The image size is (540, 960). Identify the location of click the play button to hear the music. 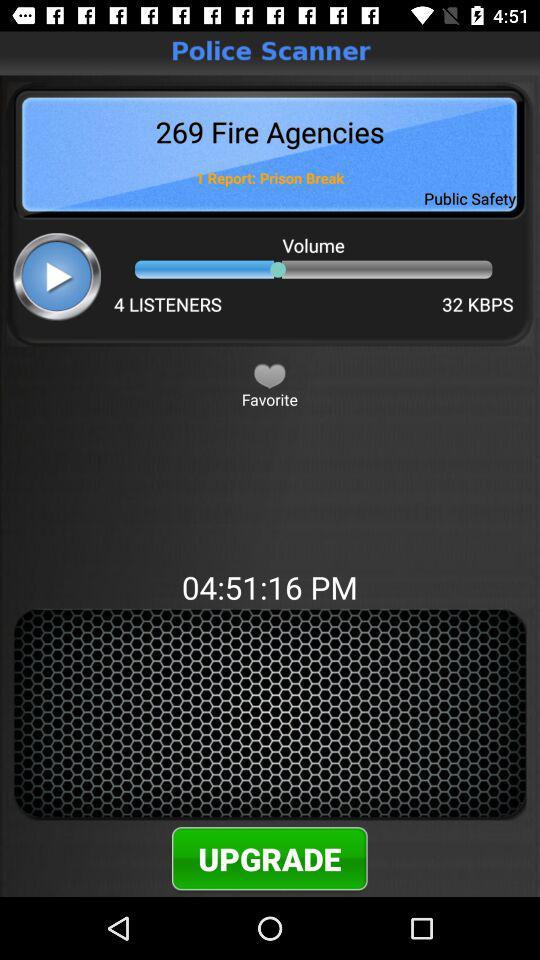
(57, 275).